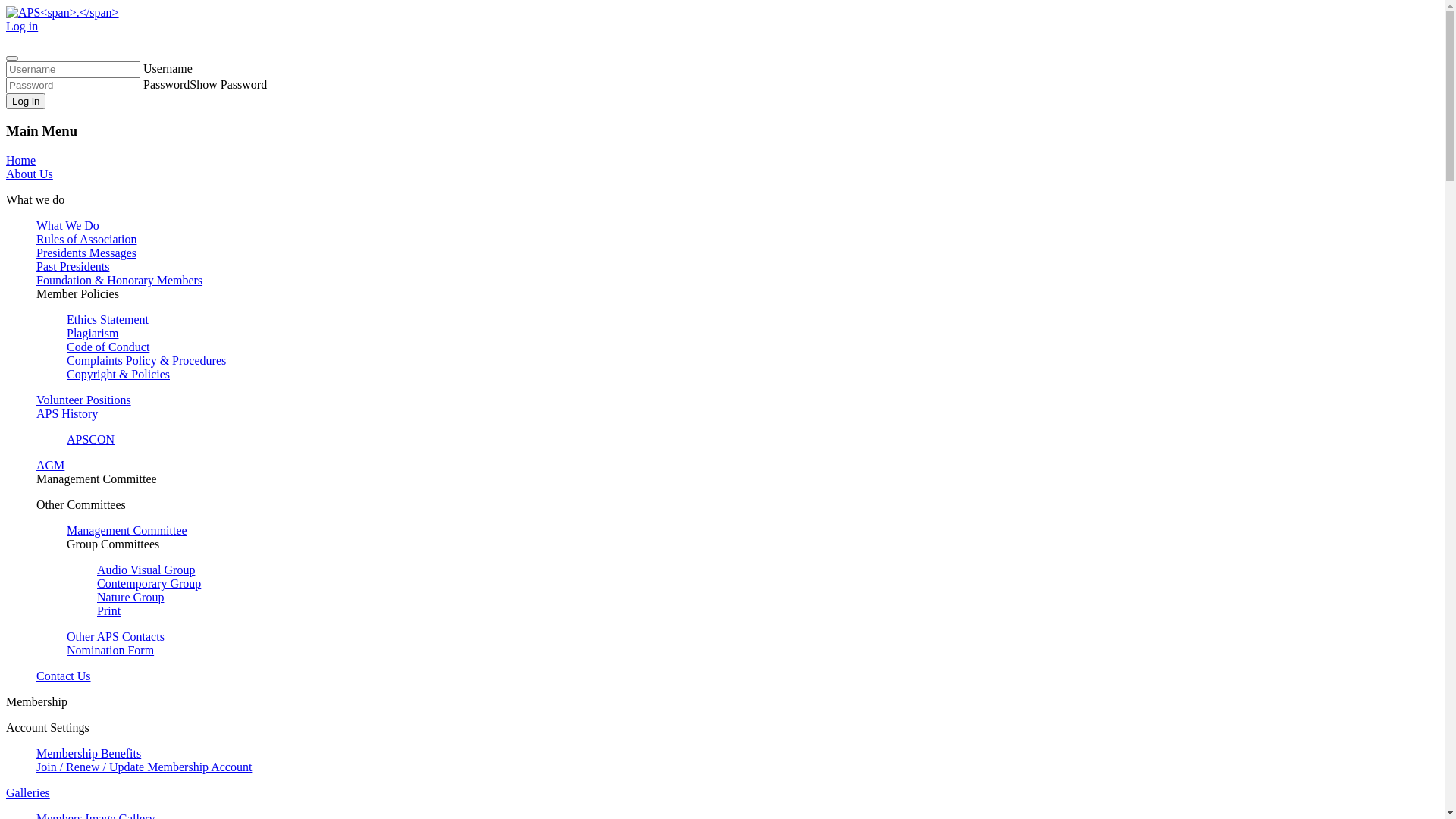 This screenshot has width=1456, height=819. Describe the element at coordinates (146, 570) in the screenshot. I see `'Audio Visual Group'` at that location.